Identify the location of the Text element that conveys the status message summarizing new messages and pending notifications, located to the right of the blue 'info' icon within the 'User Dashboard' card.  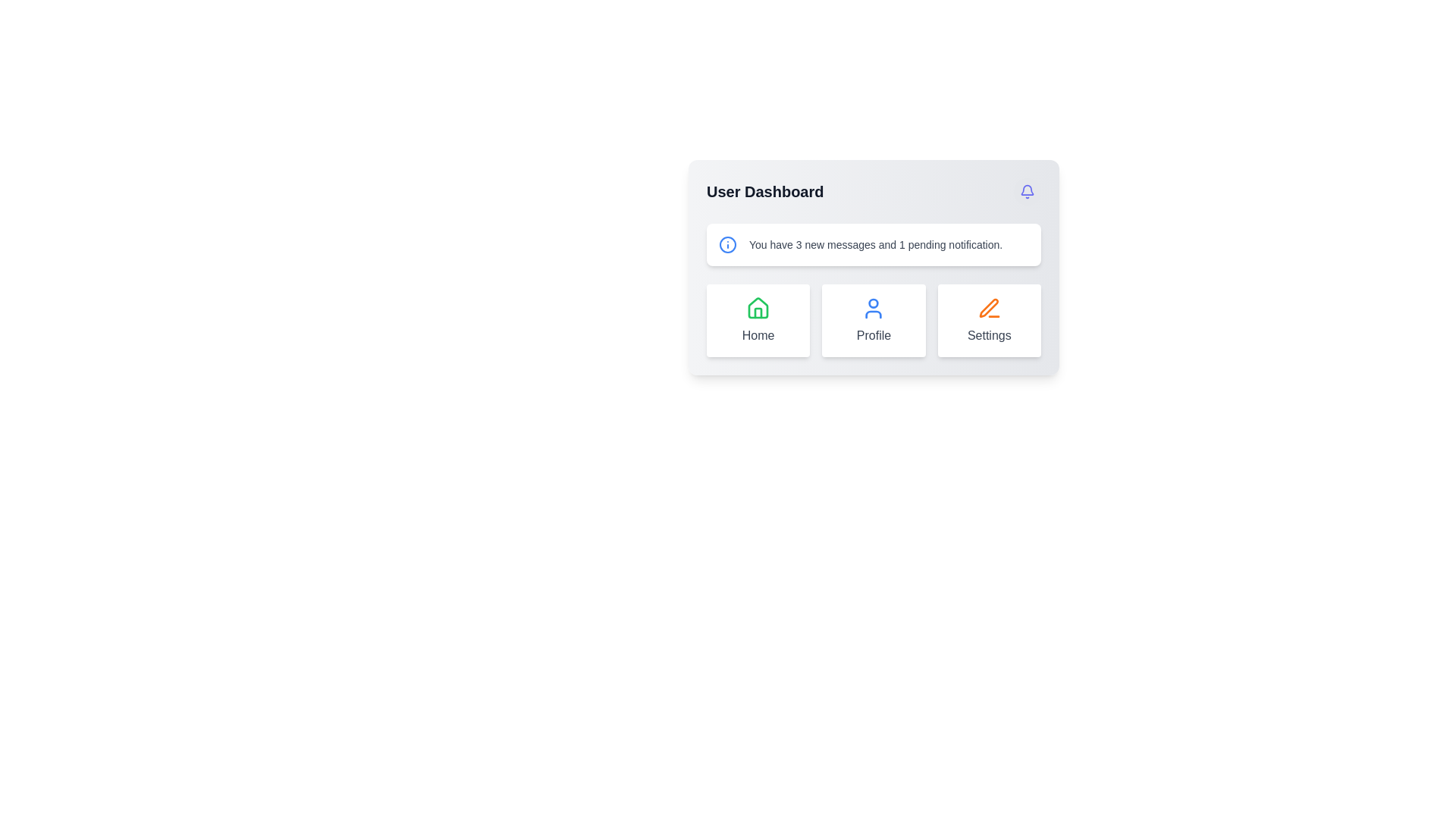
(876, 244).